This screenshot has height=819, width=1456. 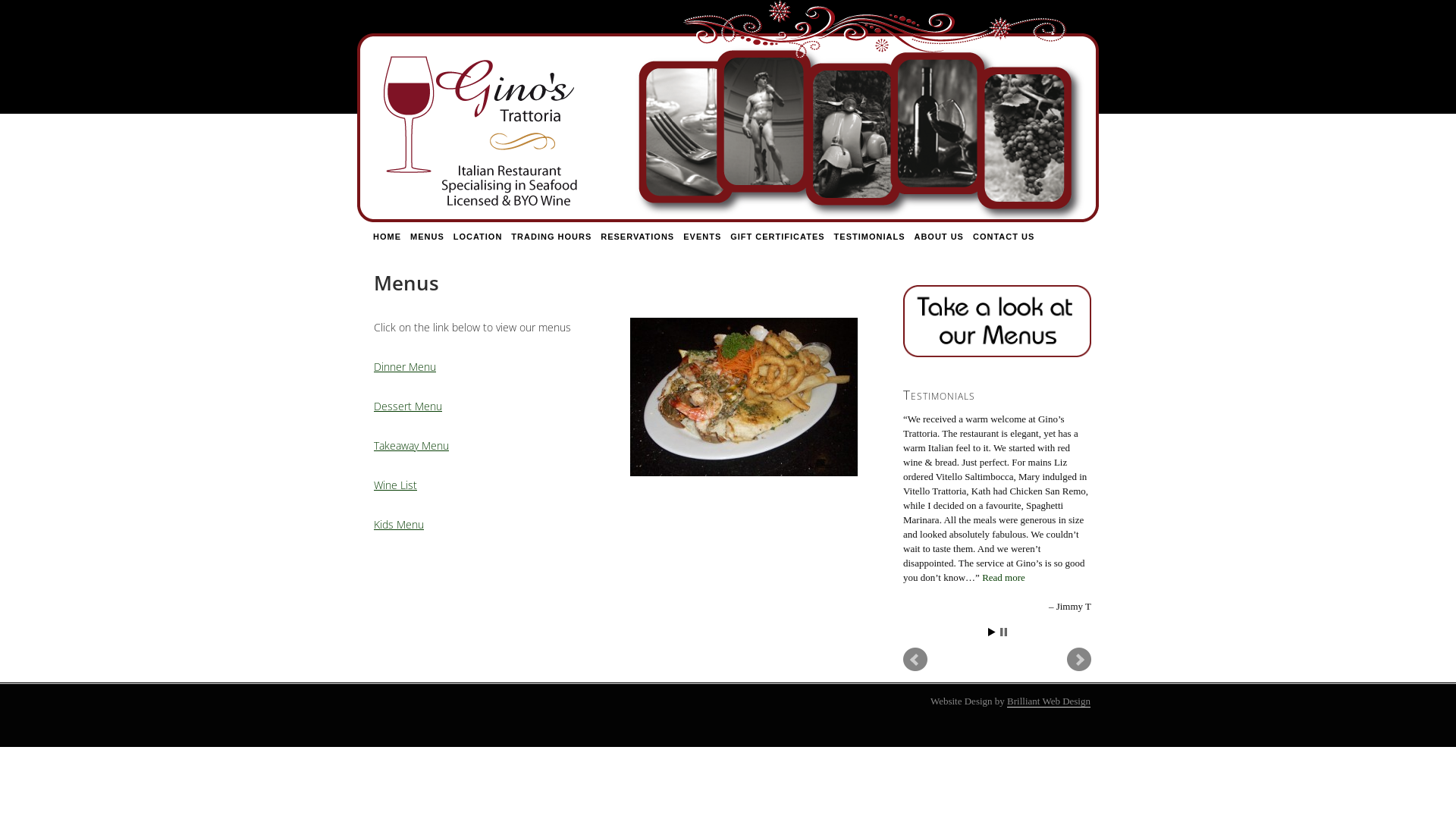 What do you see at coordinates (914, 659) in the screenshot?
I see `'Prev'` at bounding box center [914, 659].